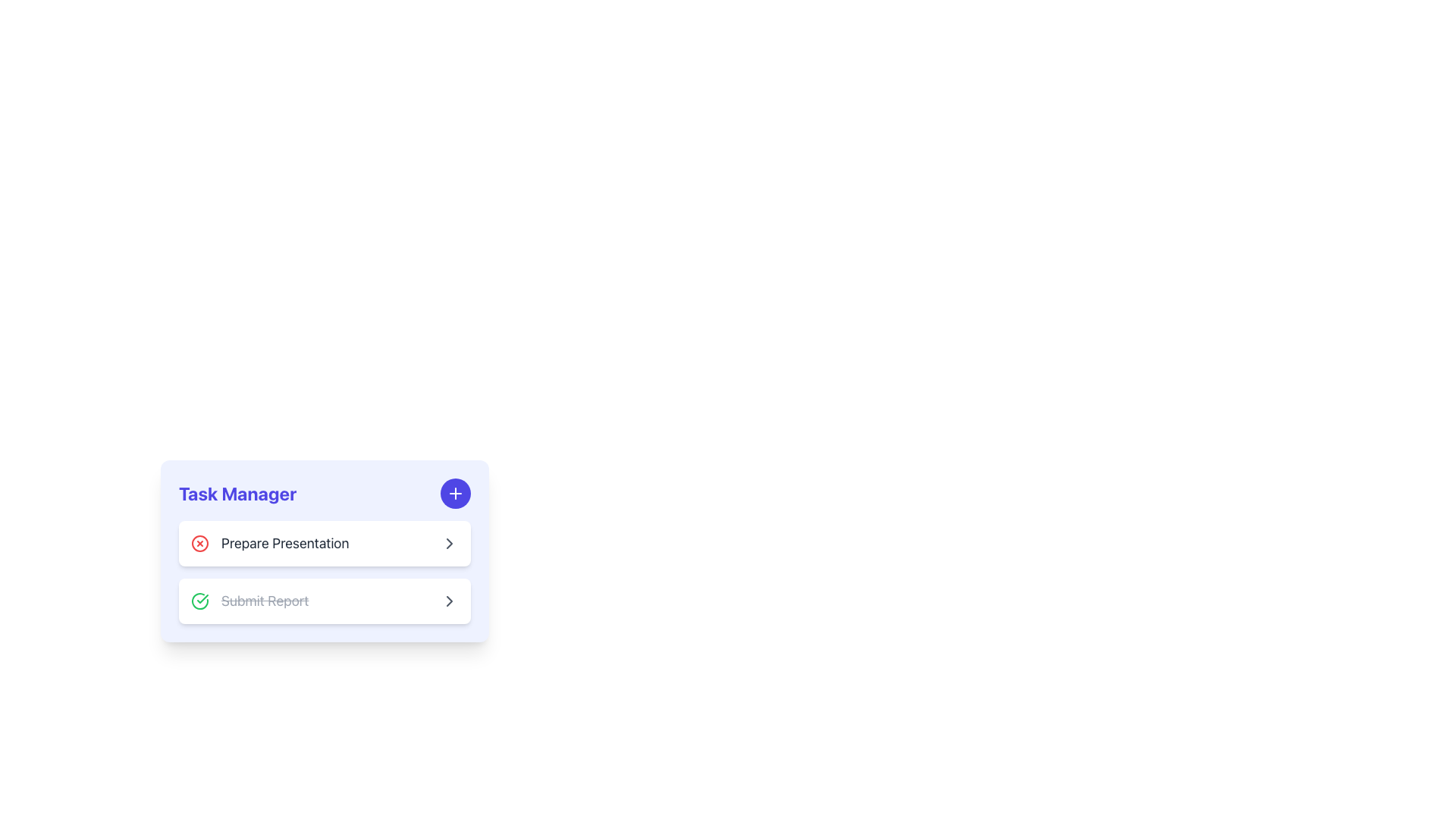 The image size is (1456, 819). I want to click on the green circular checkmark icon, so click(199, 601).